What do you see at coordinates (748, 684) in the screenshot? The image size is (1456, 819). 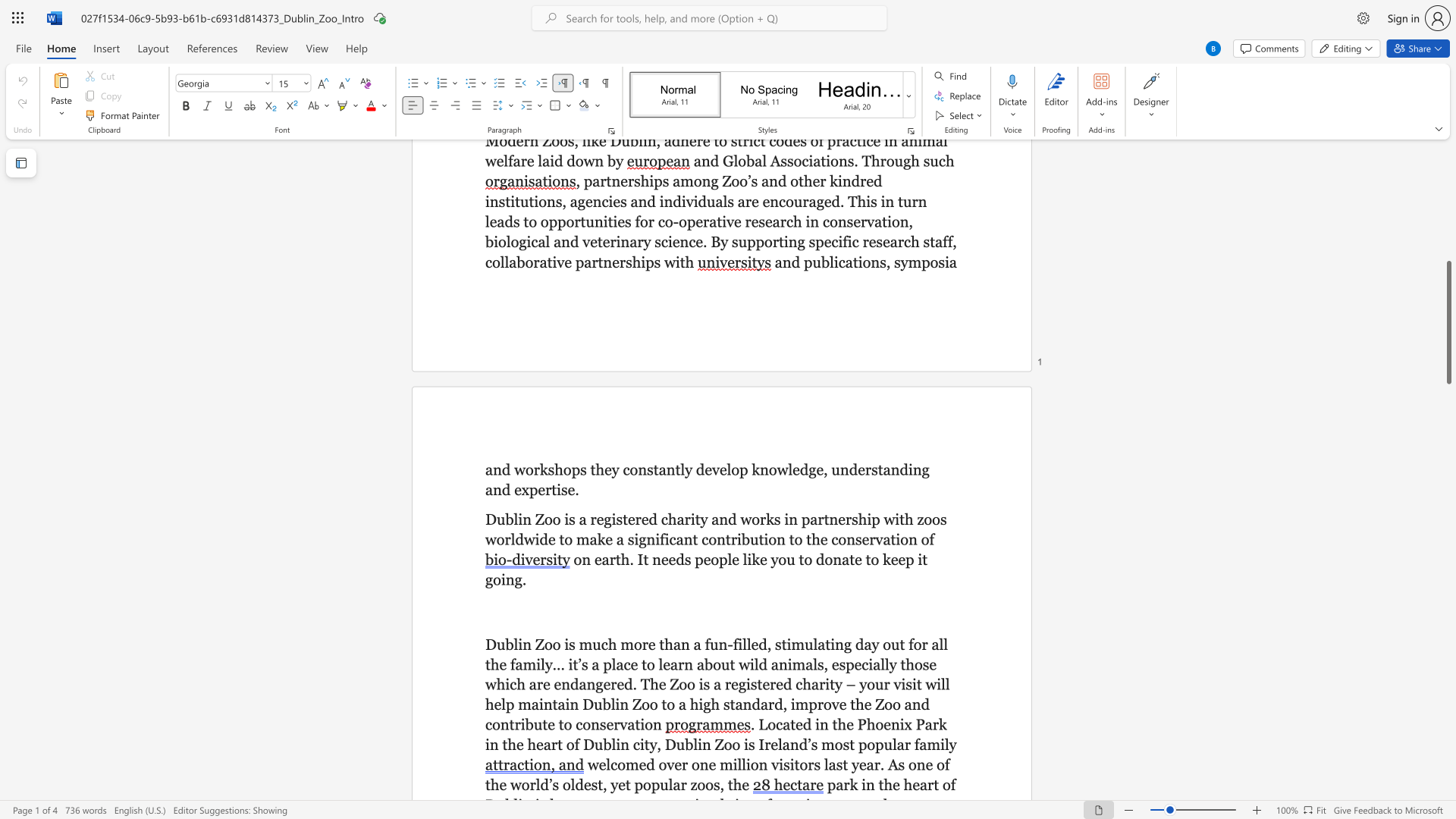 I see `the 6th character "i" in the text` at bounding box center [748, 684].